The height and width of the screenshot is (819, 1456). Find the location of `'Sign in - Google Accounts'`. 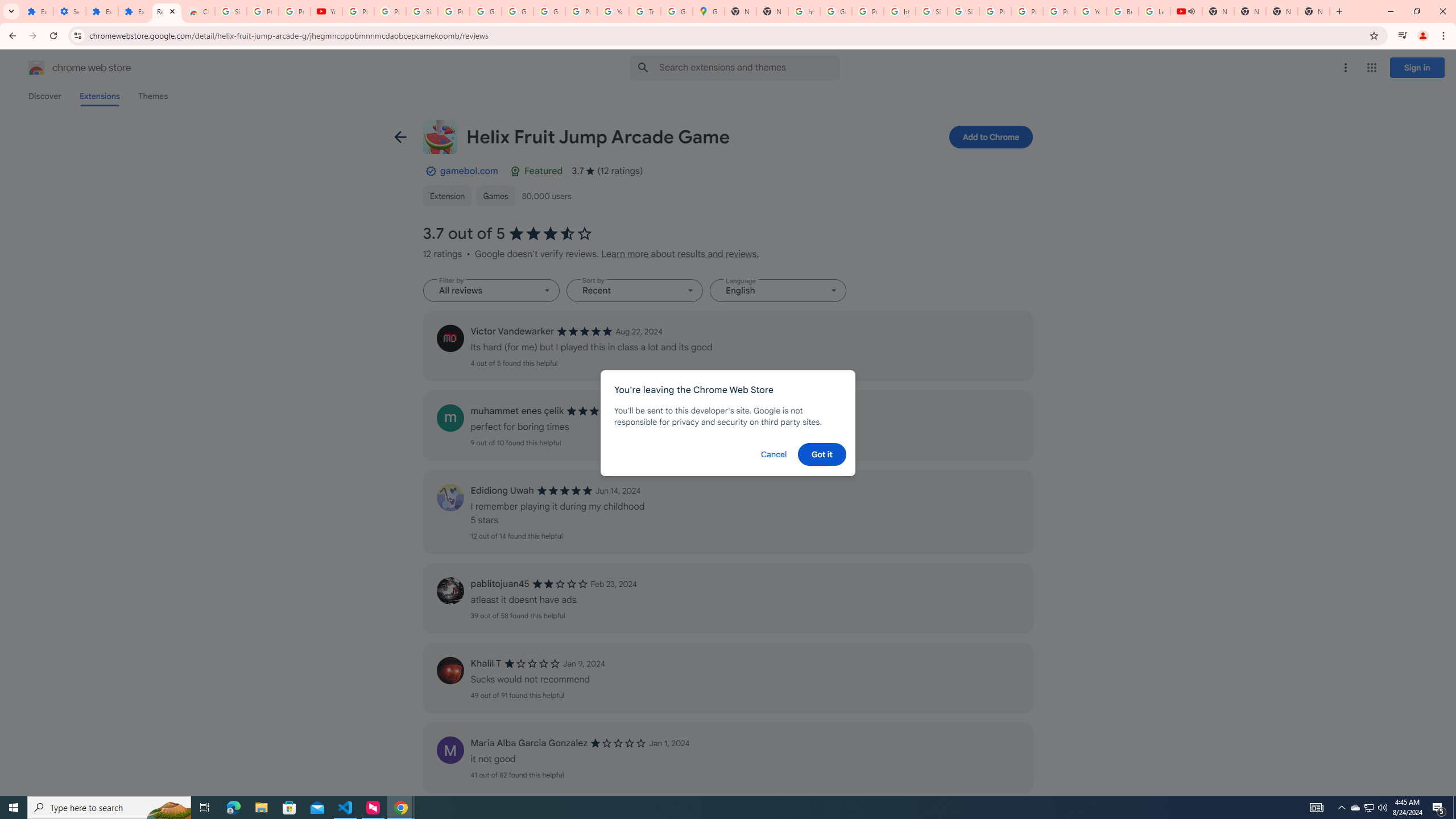

'Sign in - Google Accounts' is located at coordinates (962, 11).